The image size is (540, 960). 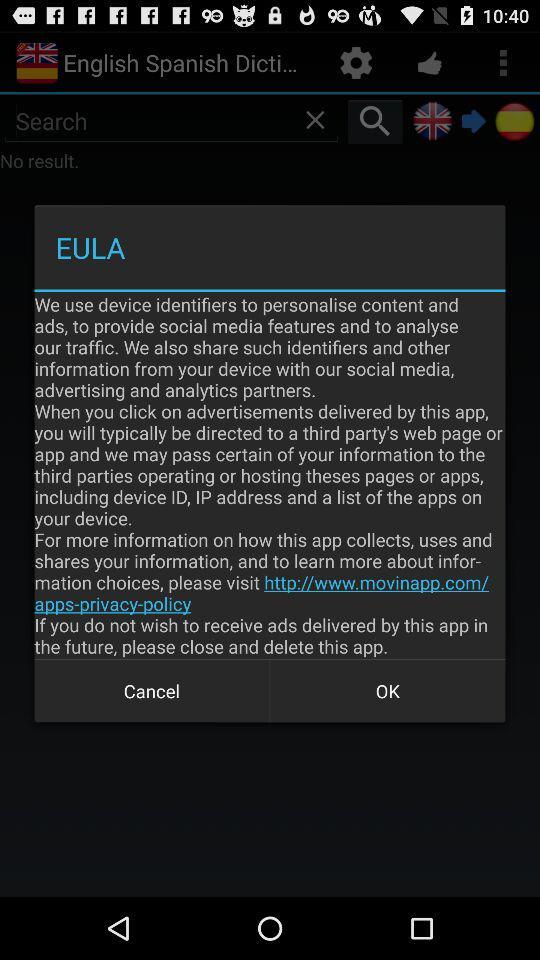 I want to click on item at the bottom right corner, so click(x=387, y=691).